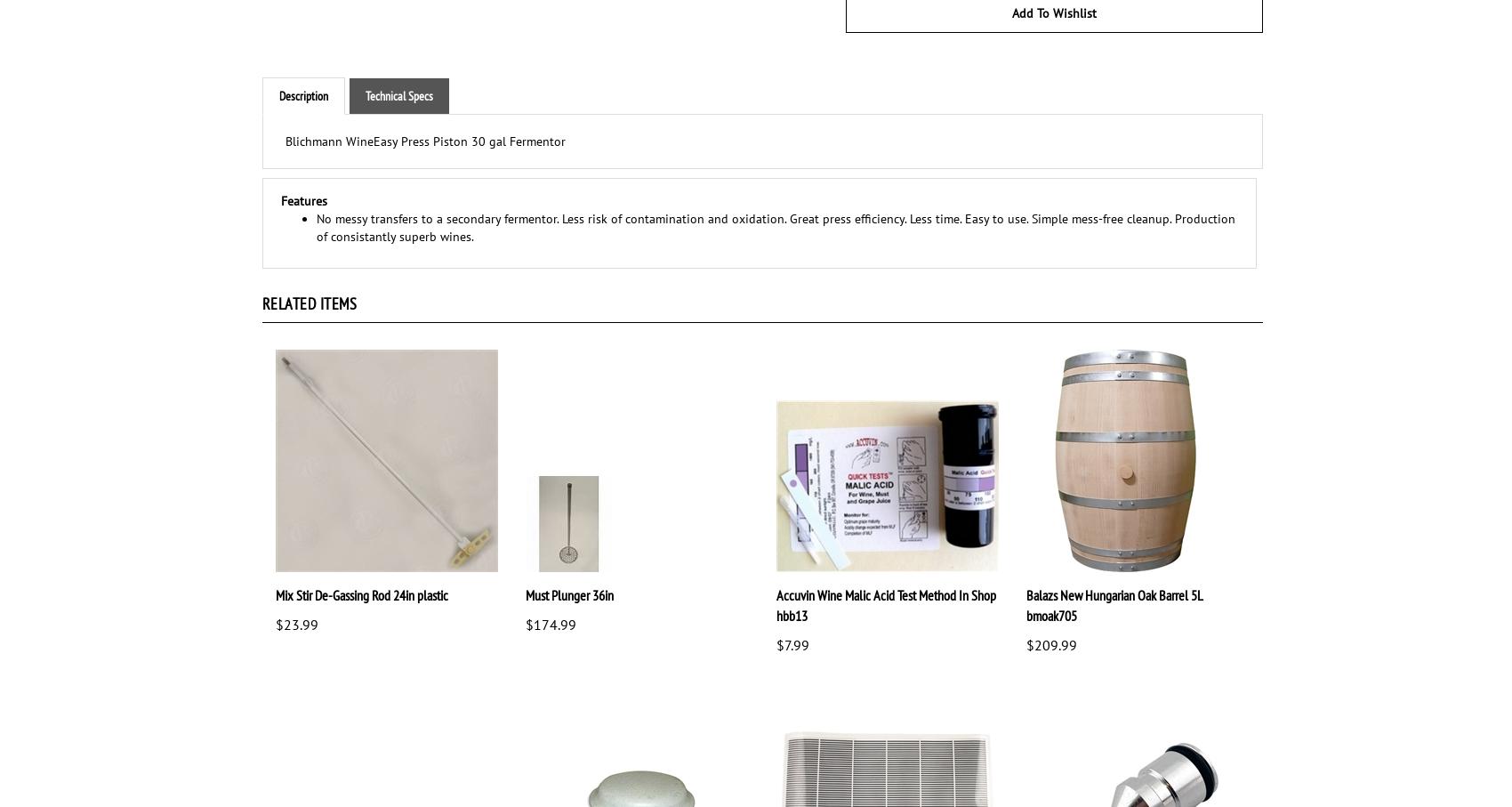  I want to click on 'Technical Specs', so click(365, 95).